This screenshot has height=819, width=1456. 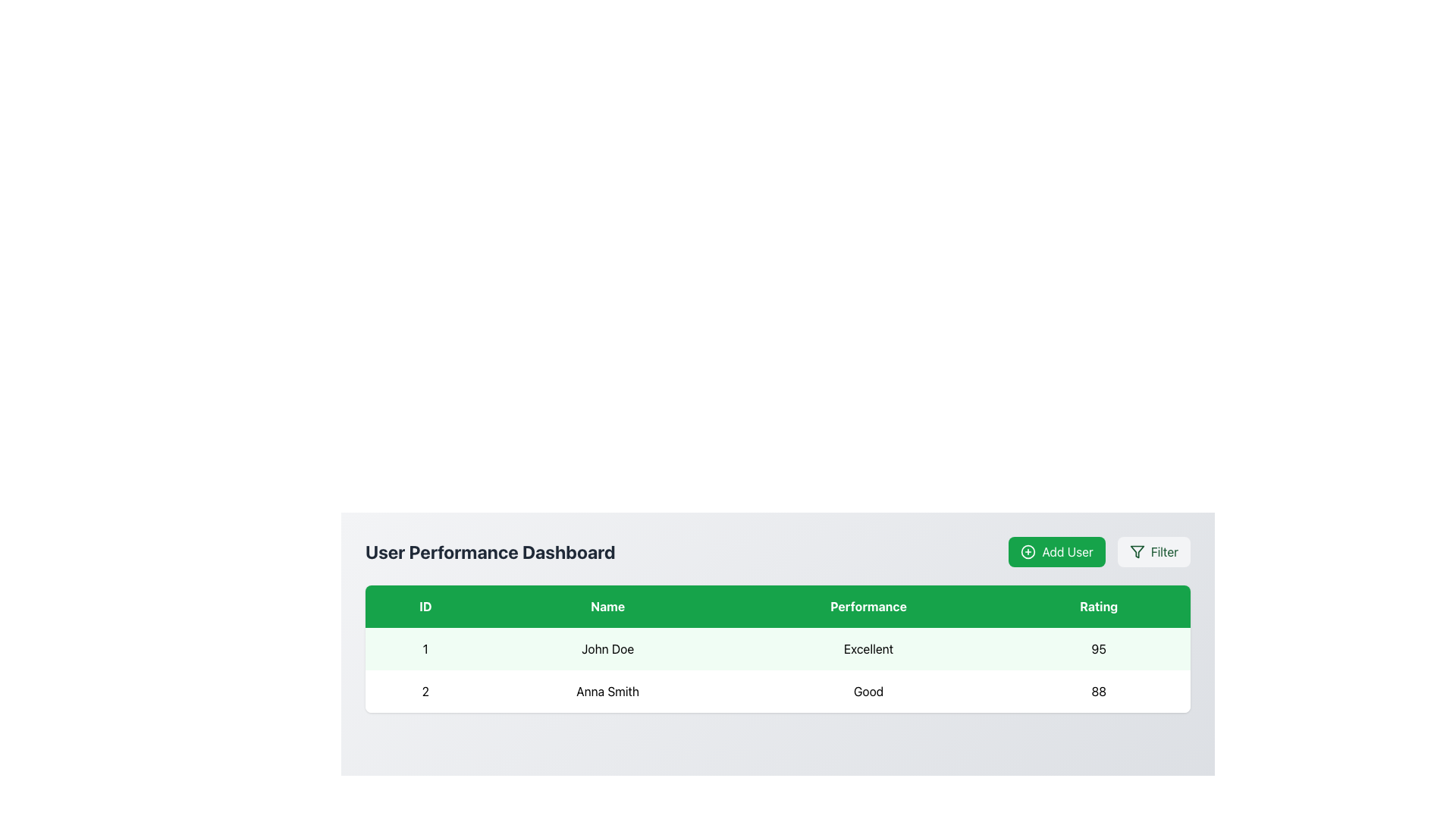 What do you see at coordinates (607, 691) in the screenshot?
I see `the static text element displaying 'Anna Smith' in the second cell of the 'Name' column, which is located in the second row of the table` at bounding box center [607, 691].